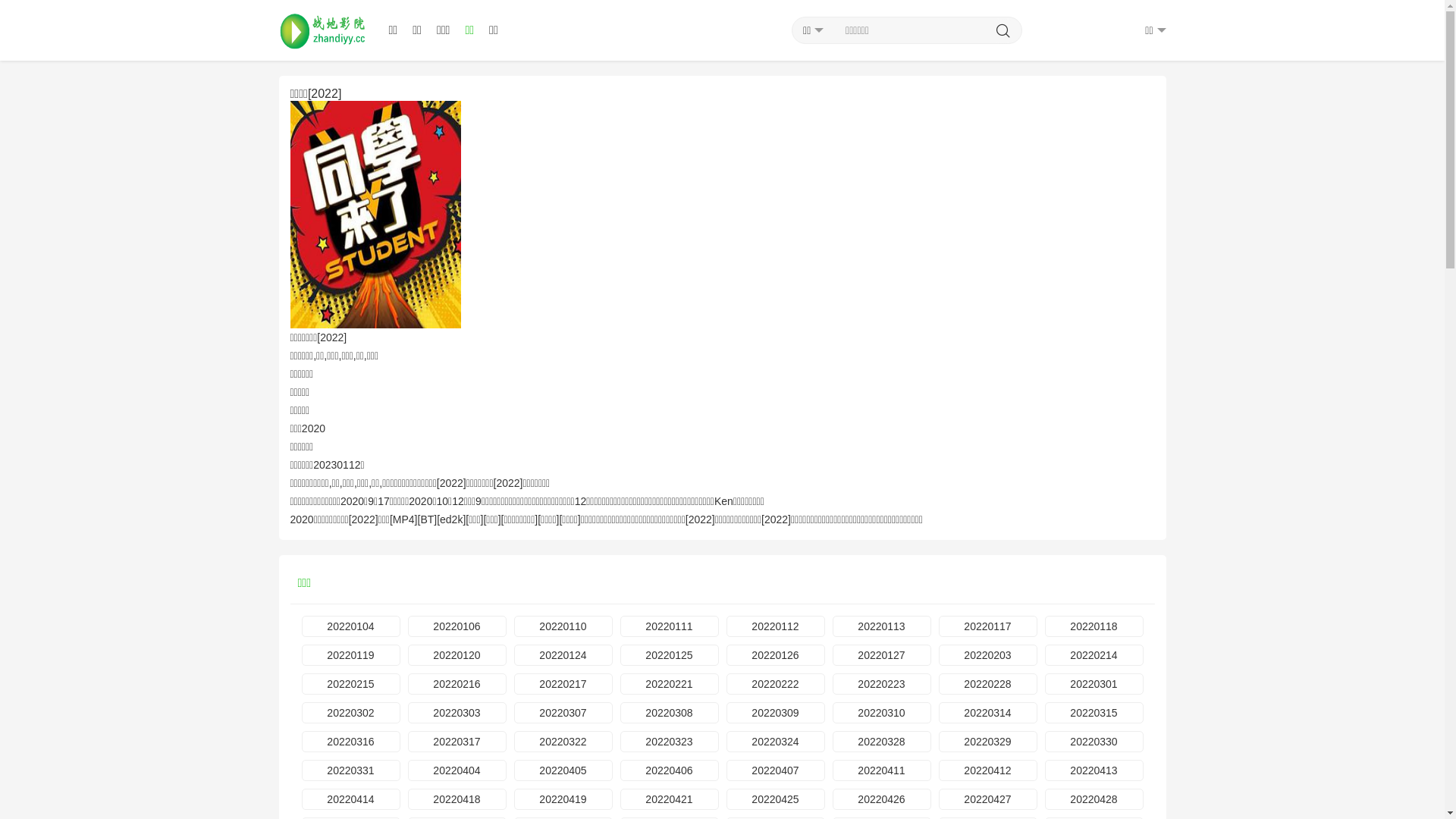  I want to click on '20220412', so click(987, 770).